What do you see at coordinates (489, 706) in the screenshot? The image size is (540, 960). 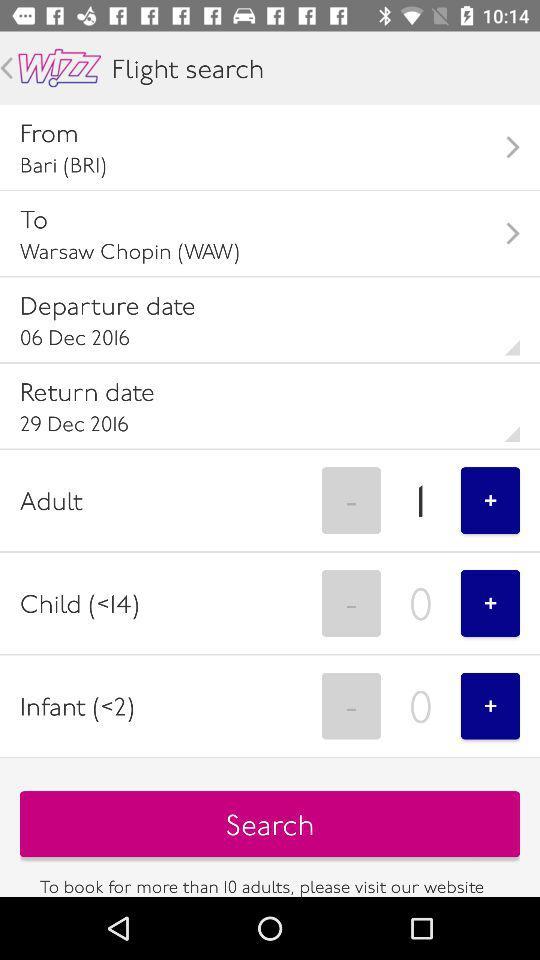 I see `+ icon` at bounding box center [489, 706].